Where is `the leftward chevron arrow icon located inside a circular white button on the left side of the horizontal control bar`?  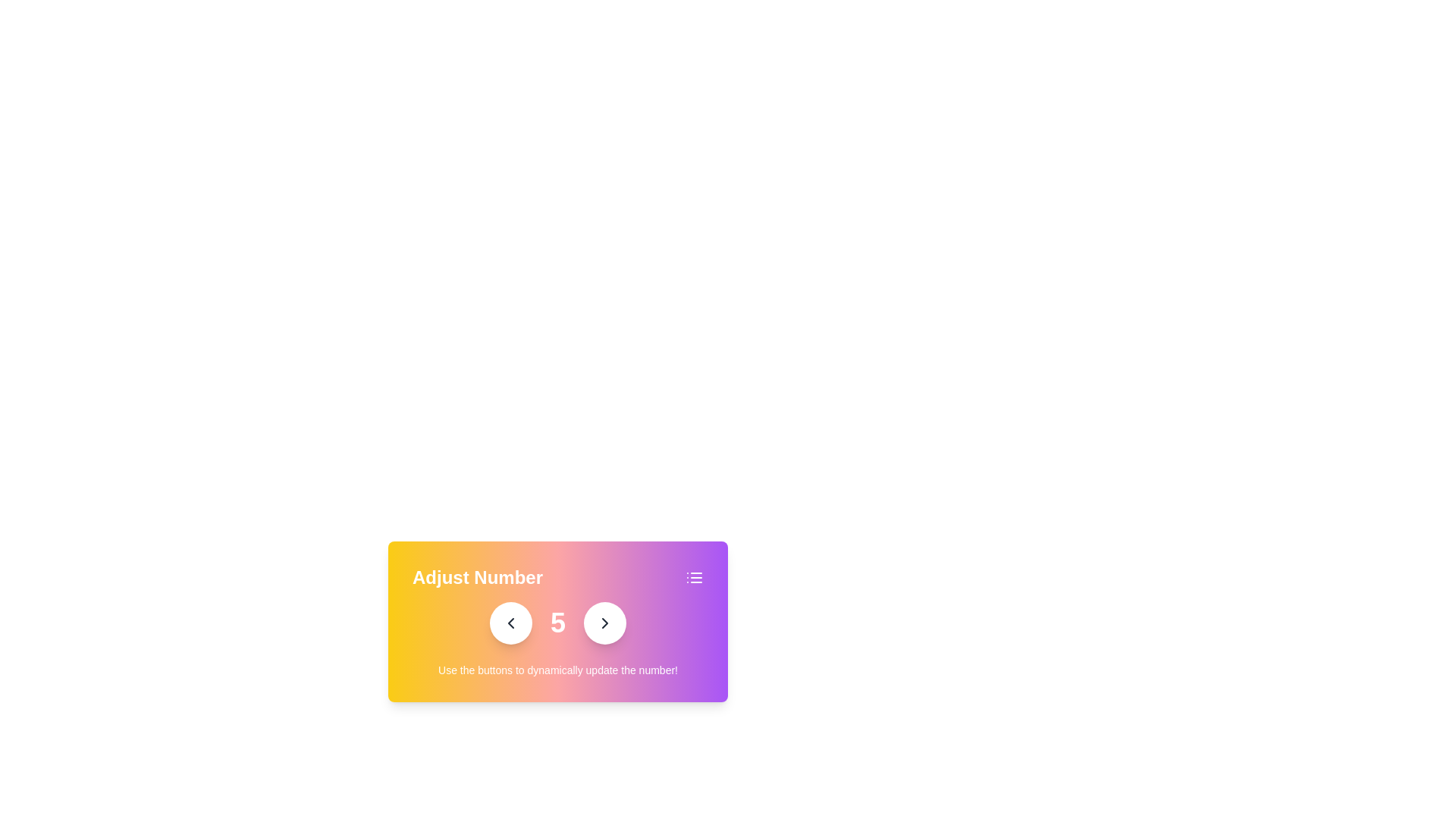
the leftward chevron arrow icon located inside a circular white button on the left side of the horizontal control bar is located at coordinates (510, 623).